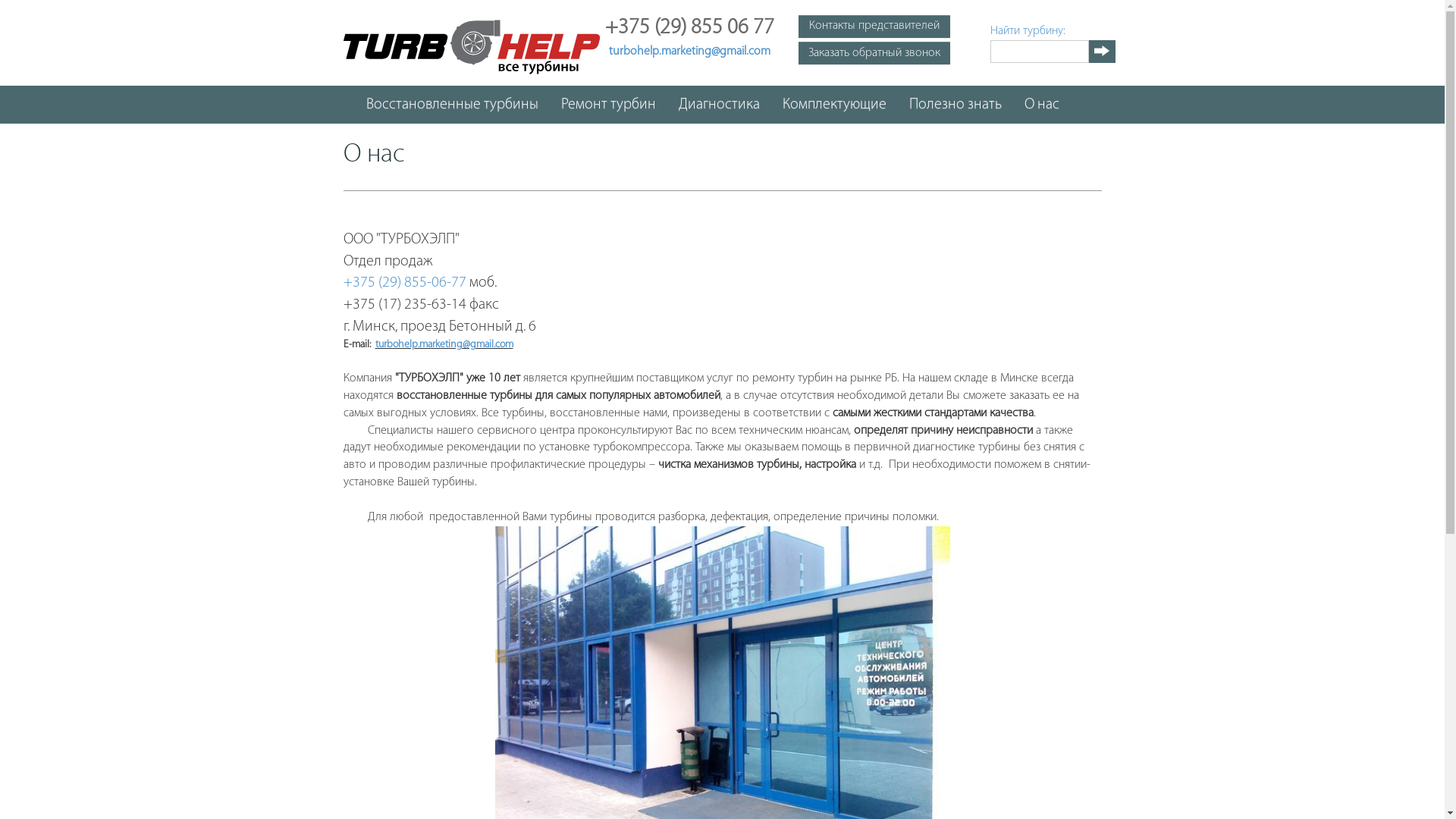 Image resolution: width=1456 pixels, height=819 pixels. Describe the element at coordinates (443, 344) in the screenshot. I see `'turbohelp.marketing@gmail.com'` at that location.